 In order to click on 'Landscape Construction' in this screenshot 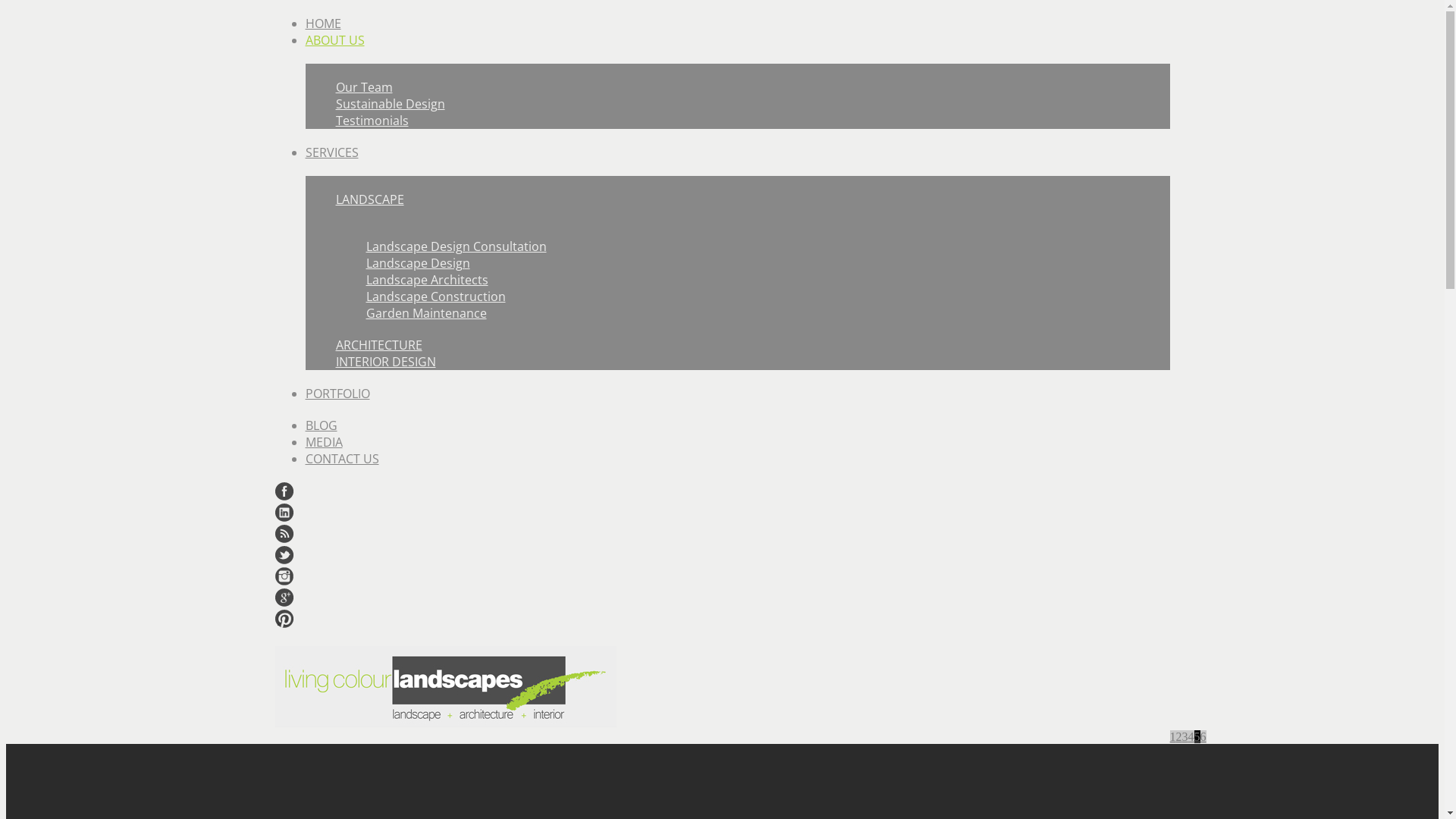, I will do `click(365, 296)`.